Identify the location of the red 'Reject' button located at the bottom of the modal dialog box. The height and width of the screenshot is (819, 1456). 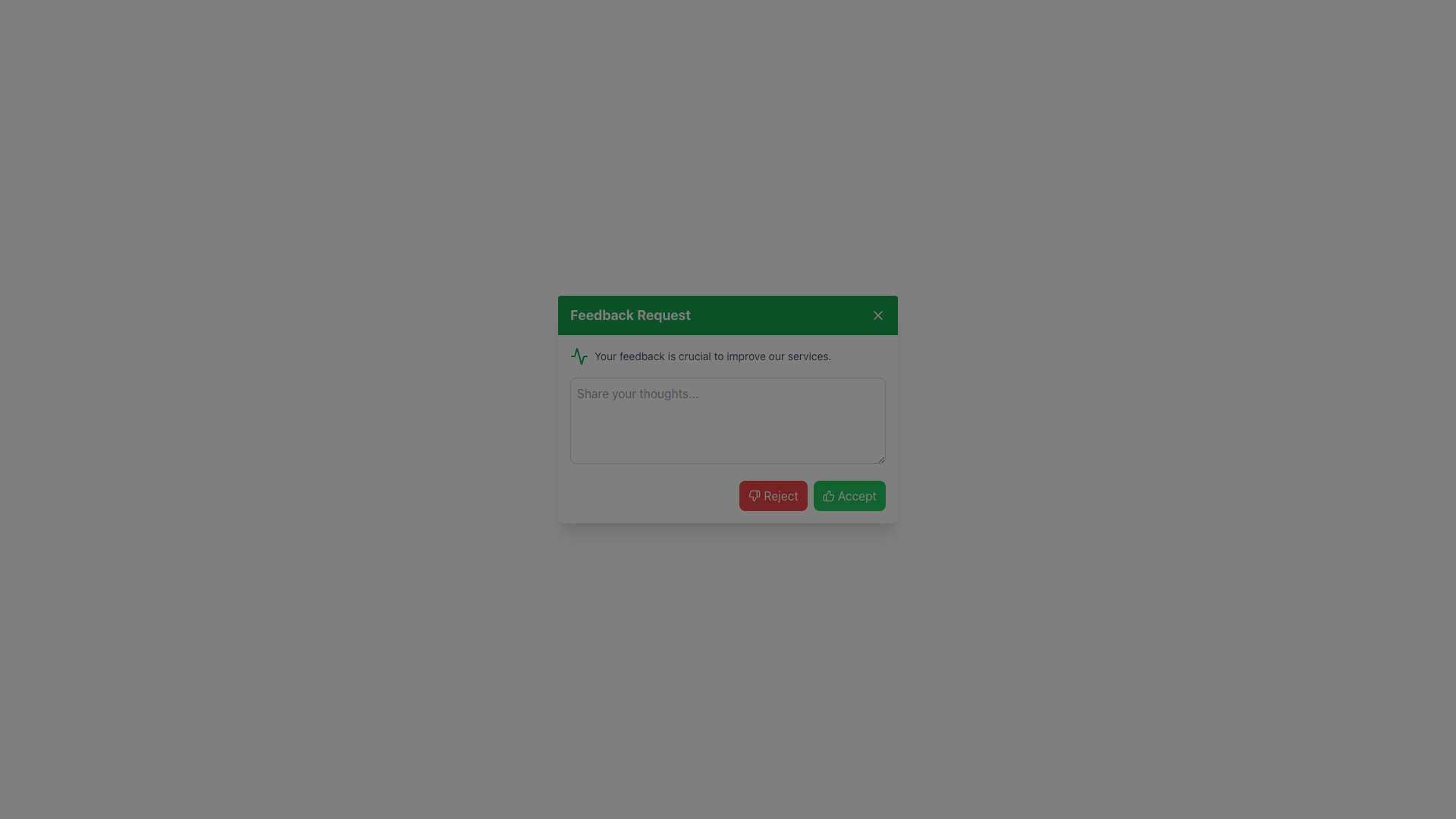
(773, 496).